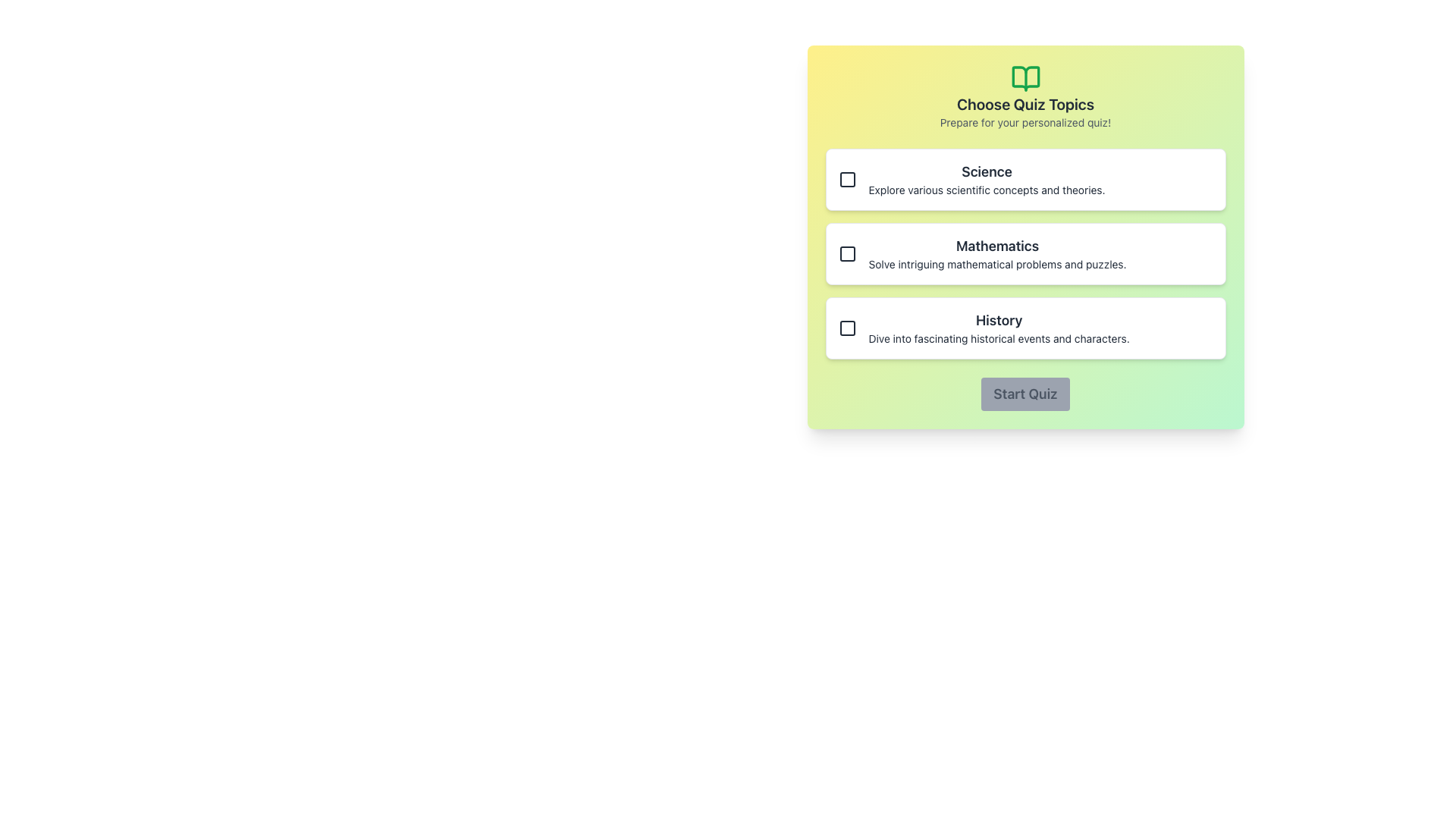  I want to click on on the checkbox located, so click(846, 253).